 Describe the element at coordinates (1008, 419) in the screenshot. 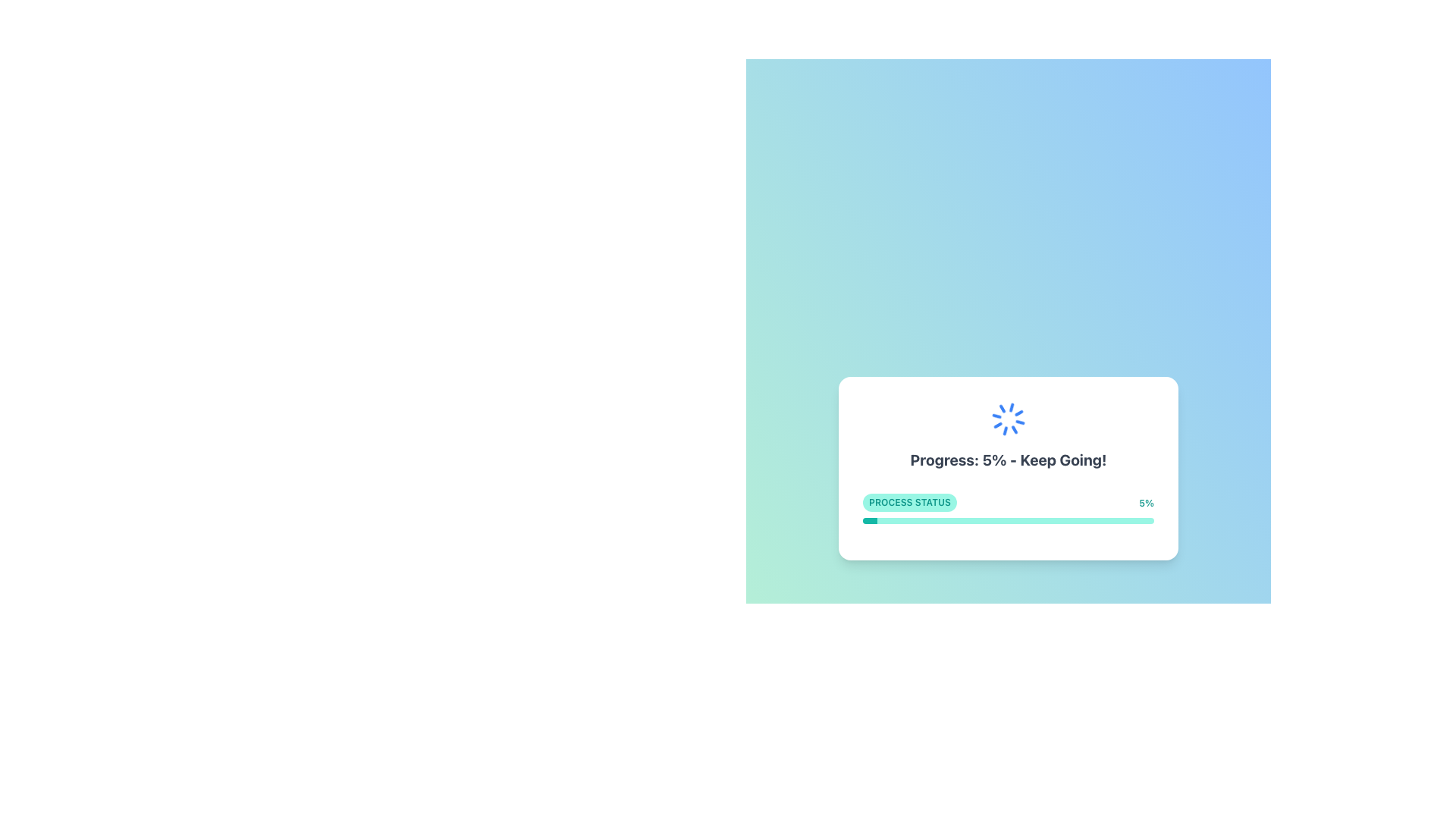

I see `the spinning loader icon, which is a circular arrangement of blue radial lines, centered above the text 'Progress: 5% - Keep Going!' in the progress tracking widget` at that location.